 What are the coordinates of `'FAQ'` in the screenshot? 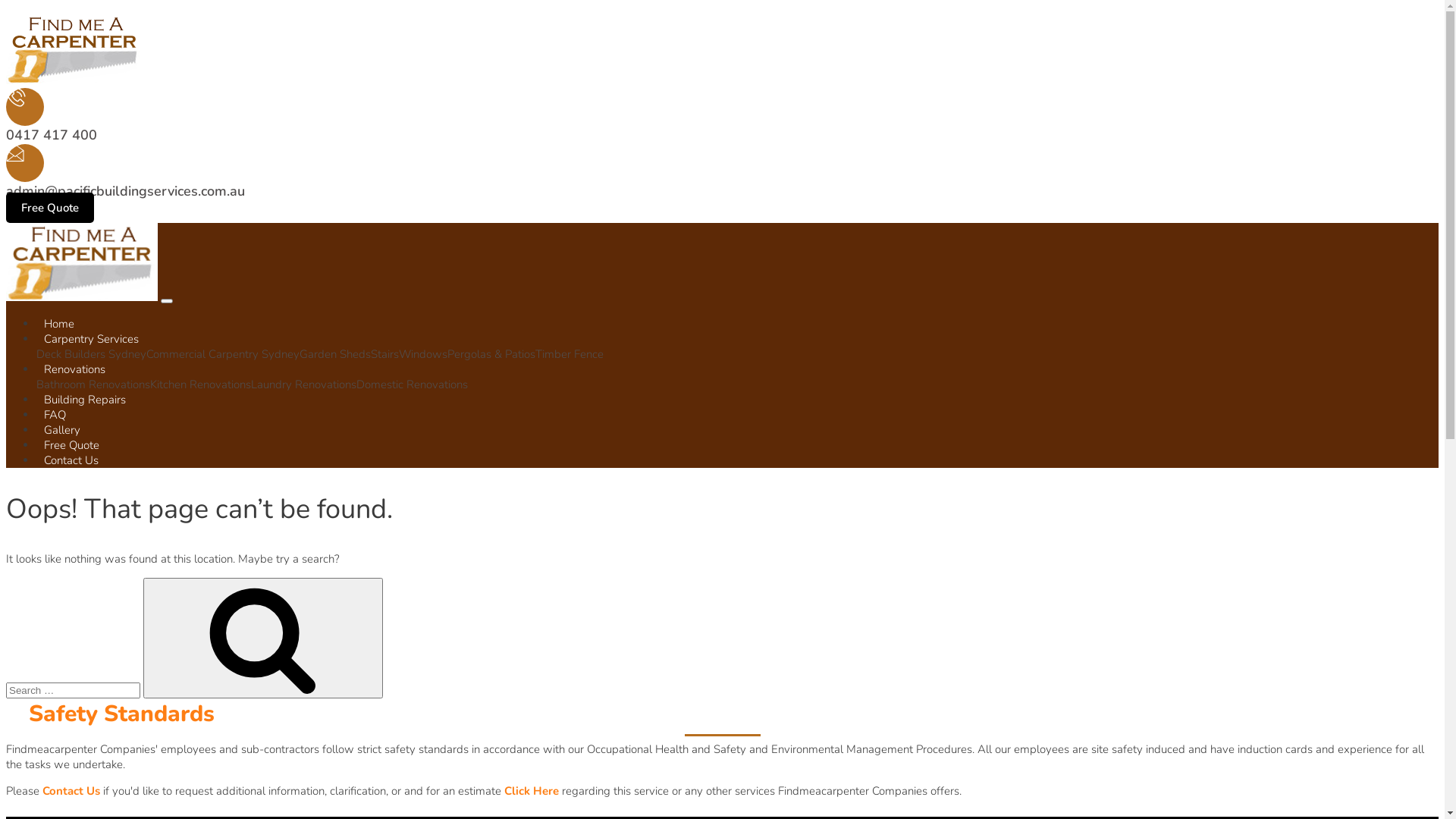 It's located at (36, 415).